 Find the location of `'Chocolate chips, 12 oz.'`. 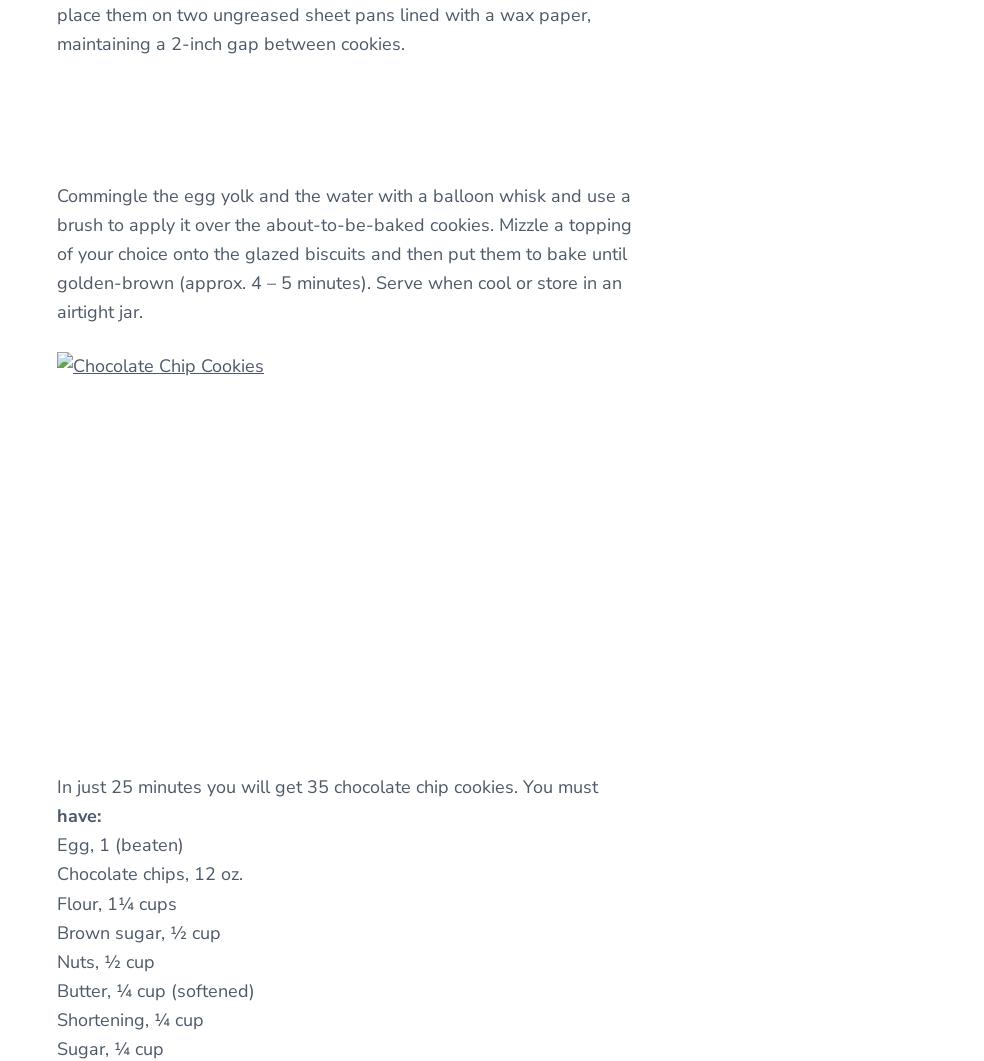

'Chocolate chips, 12 oz.' is located at coordinates (149, 874).